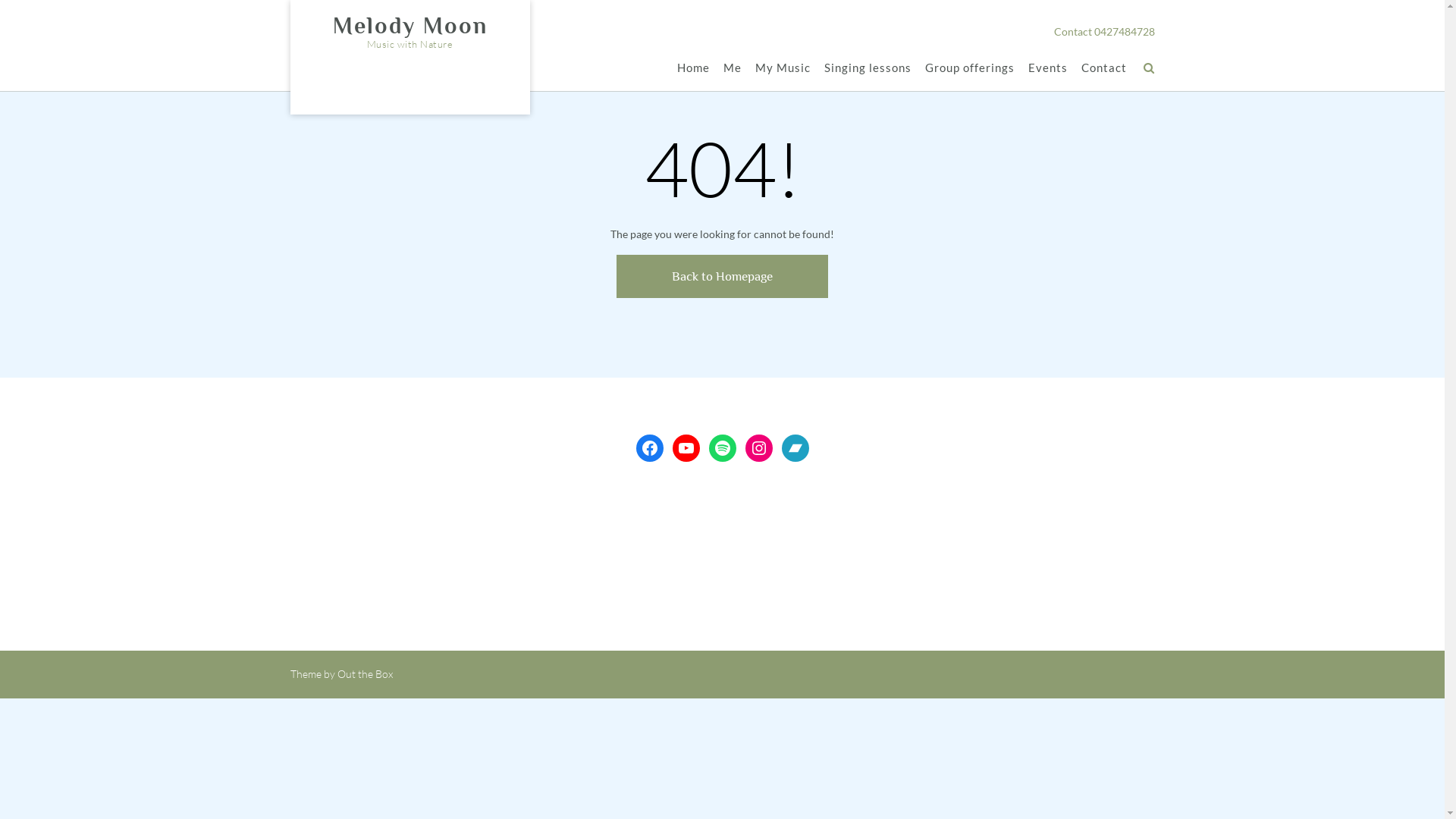  What do you see at coordinates (1103, 67) in the screenshot?
I see `'Contact'` at bounding box center [1103, 67].